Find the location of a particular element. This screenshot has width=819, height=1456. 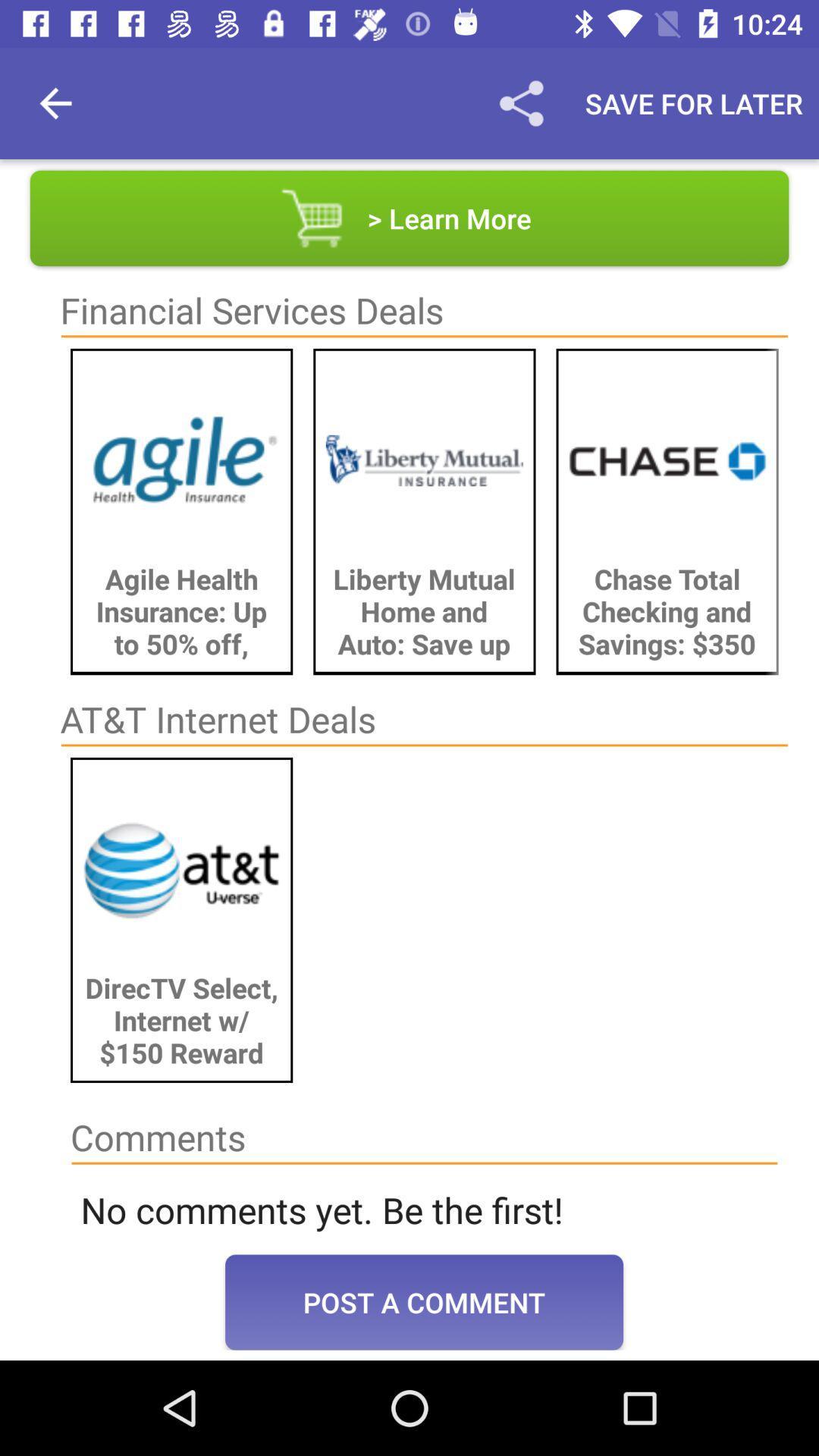

the icon above the > learn more is located at coordinates (520, 102).